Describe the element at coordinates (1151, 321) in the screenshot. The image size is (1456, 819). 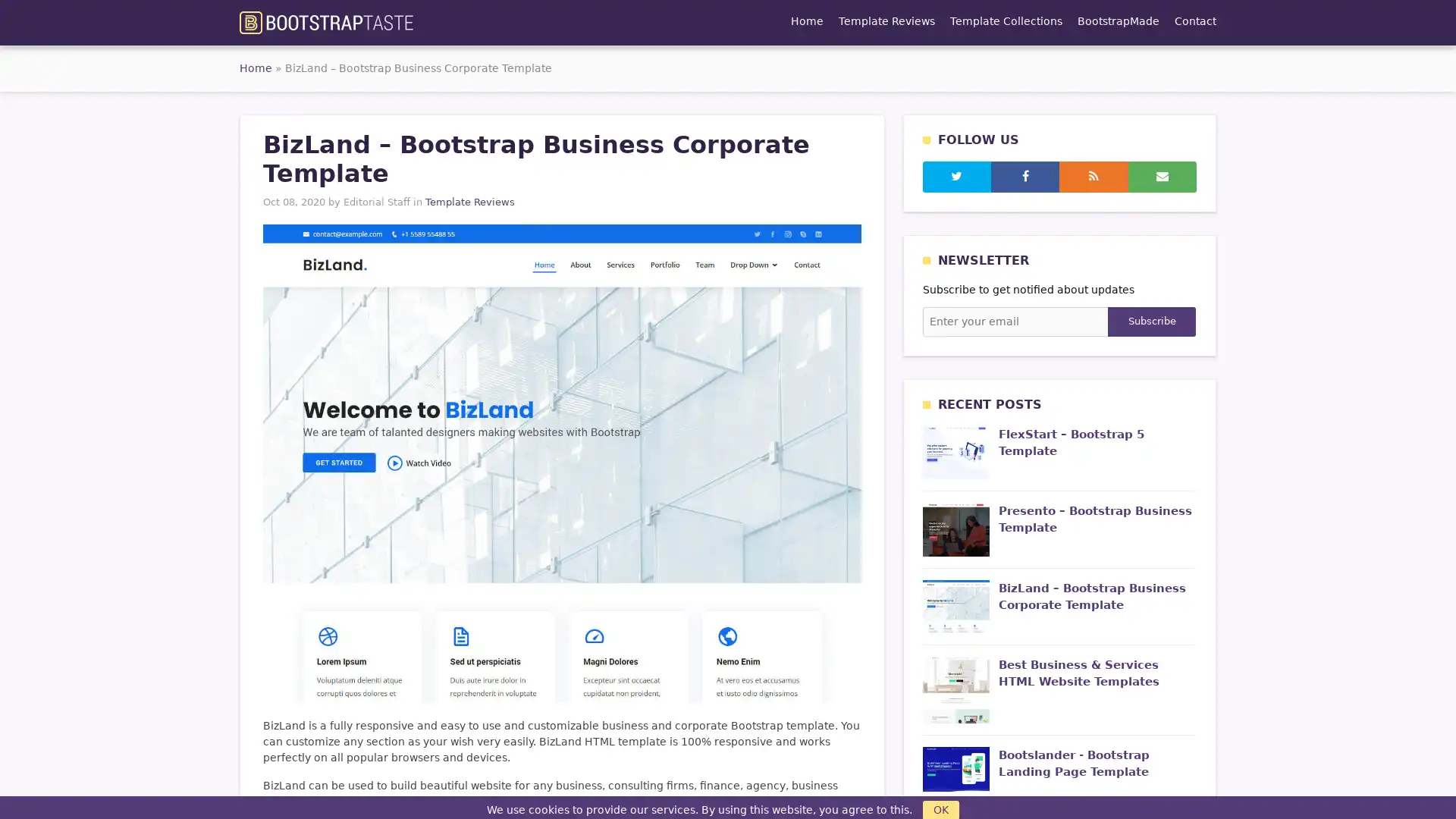
I see `Subscribe` at that location.